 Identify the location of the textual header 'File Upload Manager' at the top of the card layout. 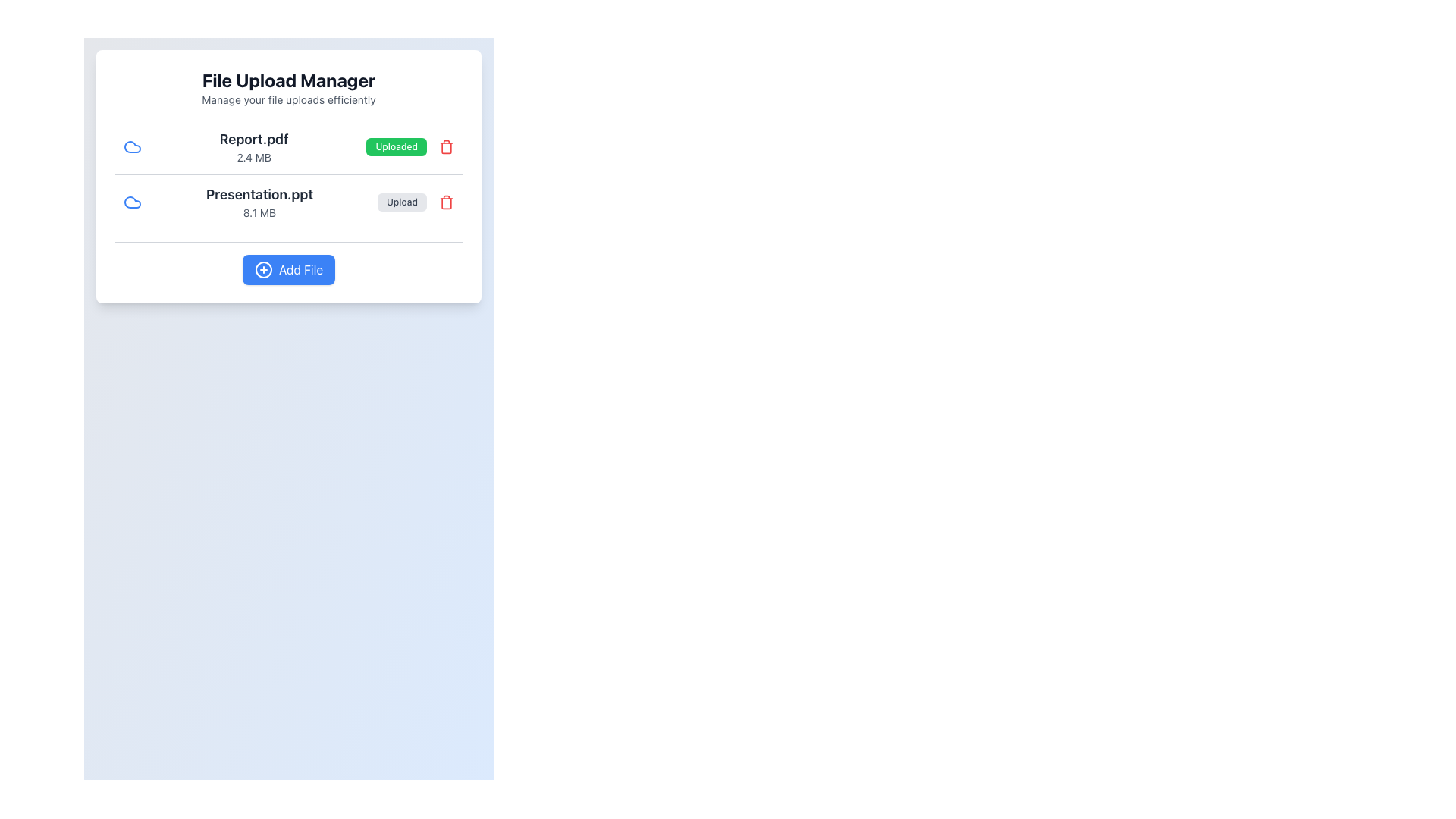
(288, 87).